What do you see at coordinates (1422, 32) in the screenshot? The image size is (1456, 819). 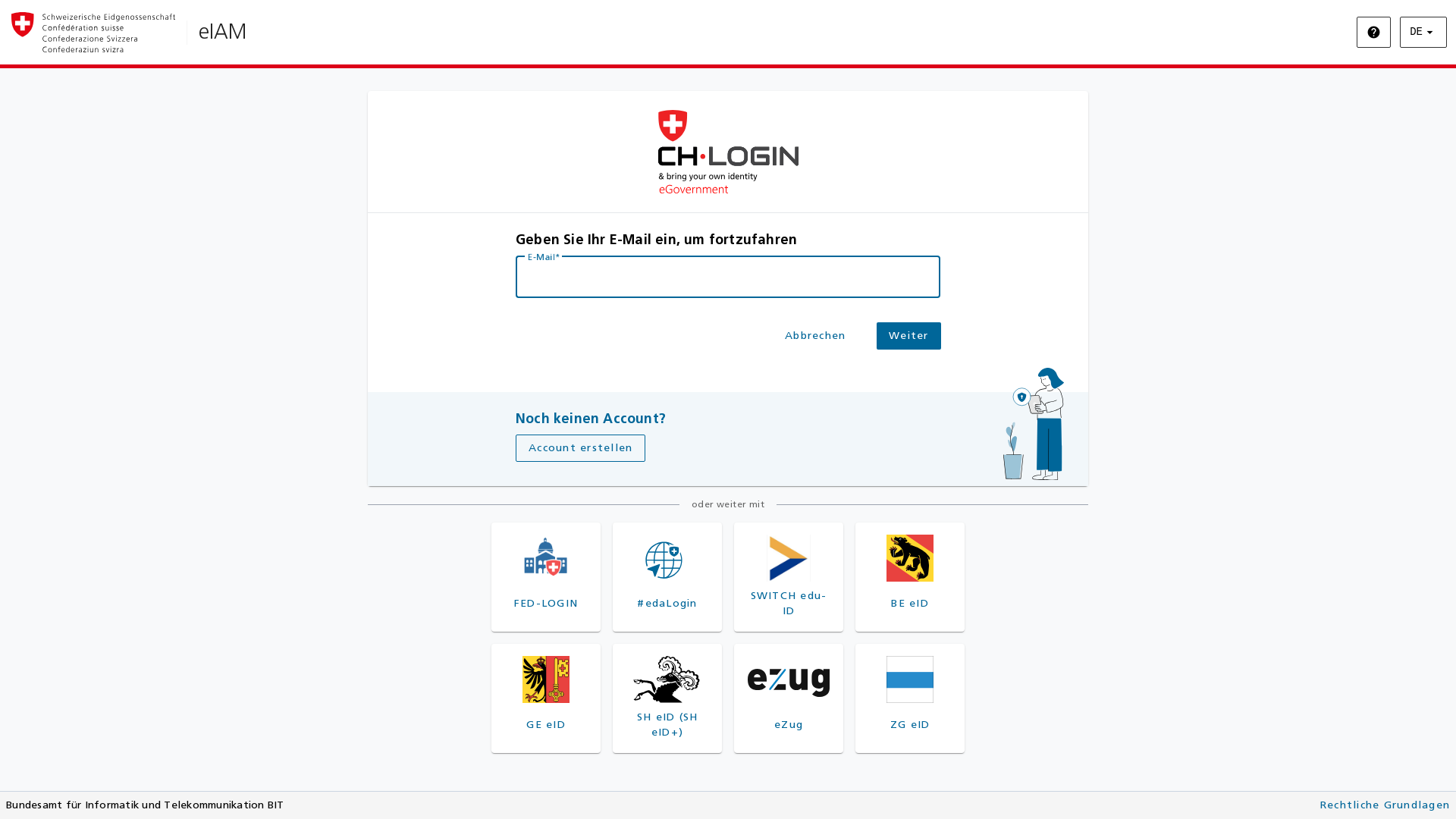 I see `'DE` at bounding box center [1422, 32].